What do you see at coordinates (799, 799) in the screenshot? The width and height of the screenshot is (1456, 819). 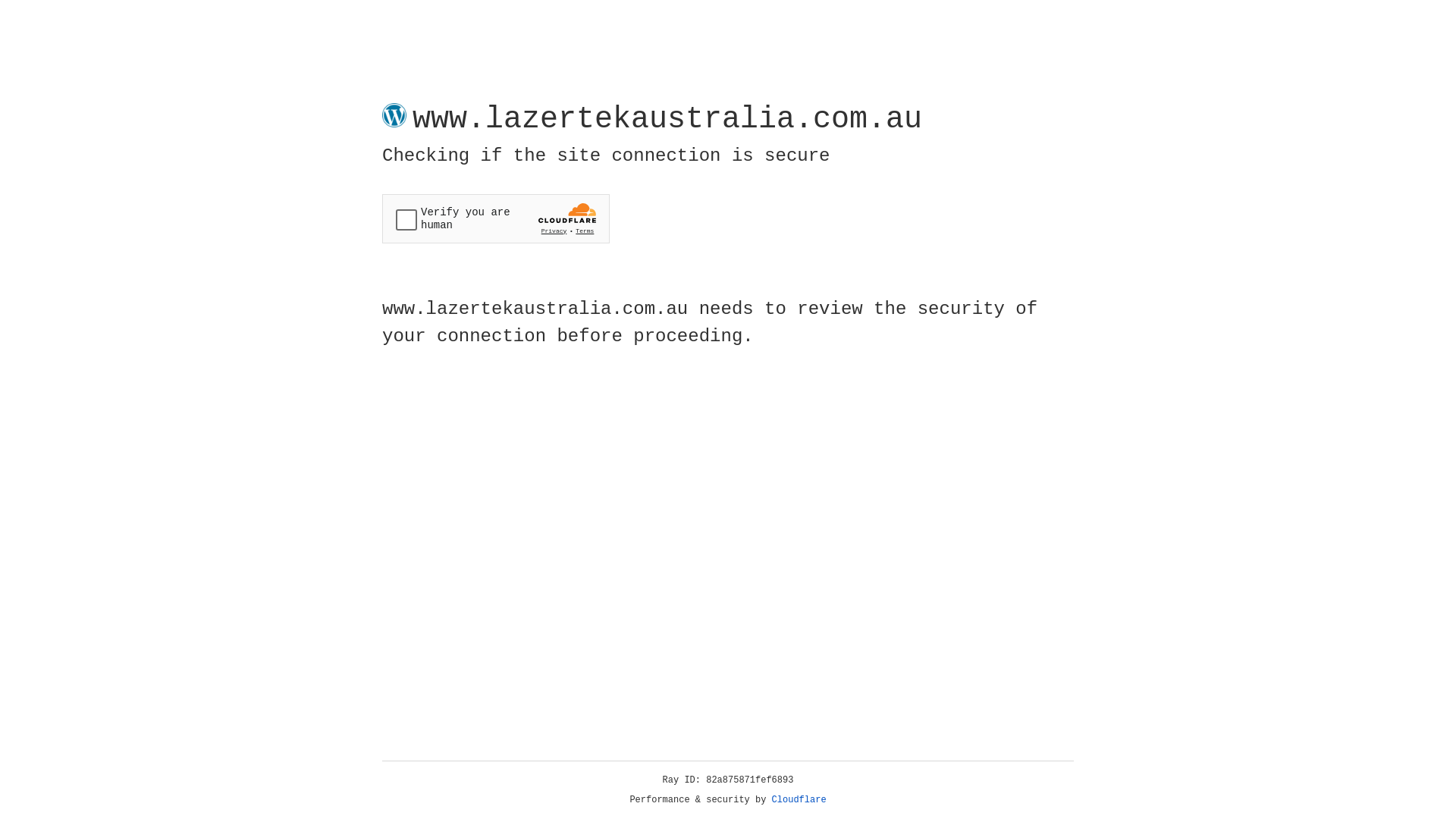 I see `'Cloudflare'` at bounding box center [799, 799].